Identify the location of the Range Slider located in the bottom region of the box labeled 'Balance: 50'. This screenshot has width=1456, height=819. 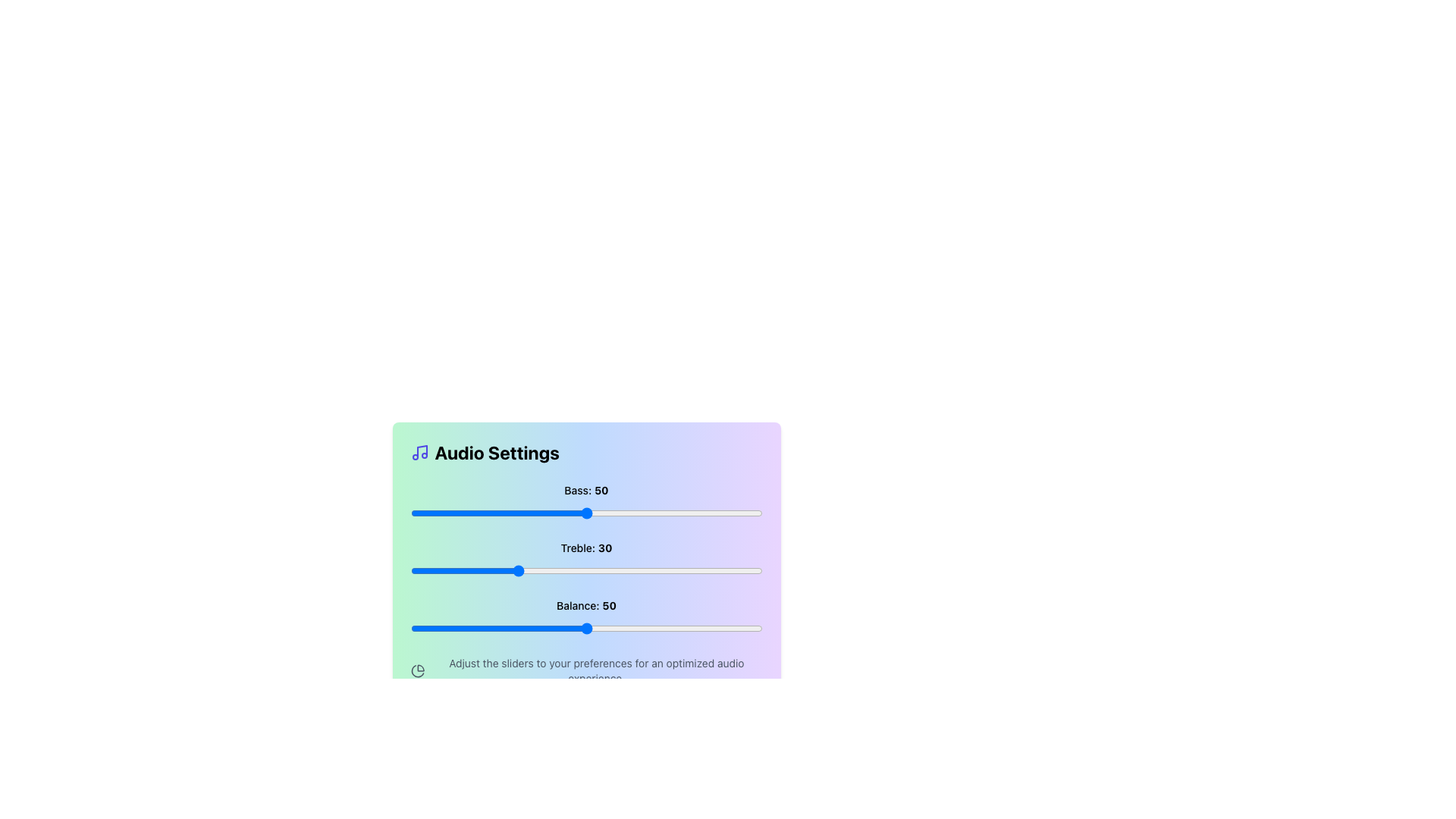
(585, 629).